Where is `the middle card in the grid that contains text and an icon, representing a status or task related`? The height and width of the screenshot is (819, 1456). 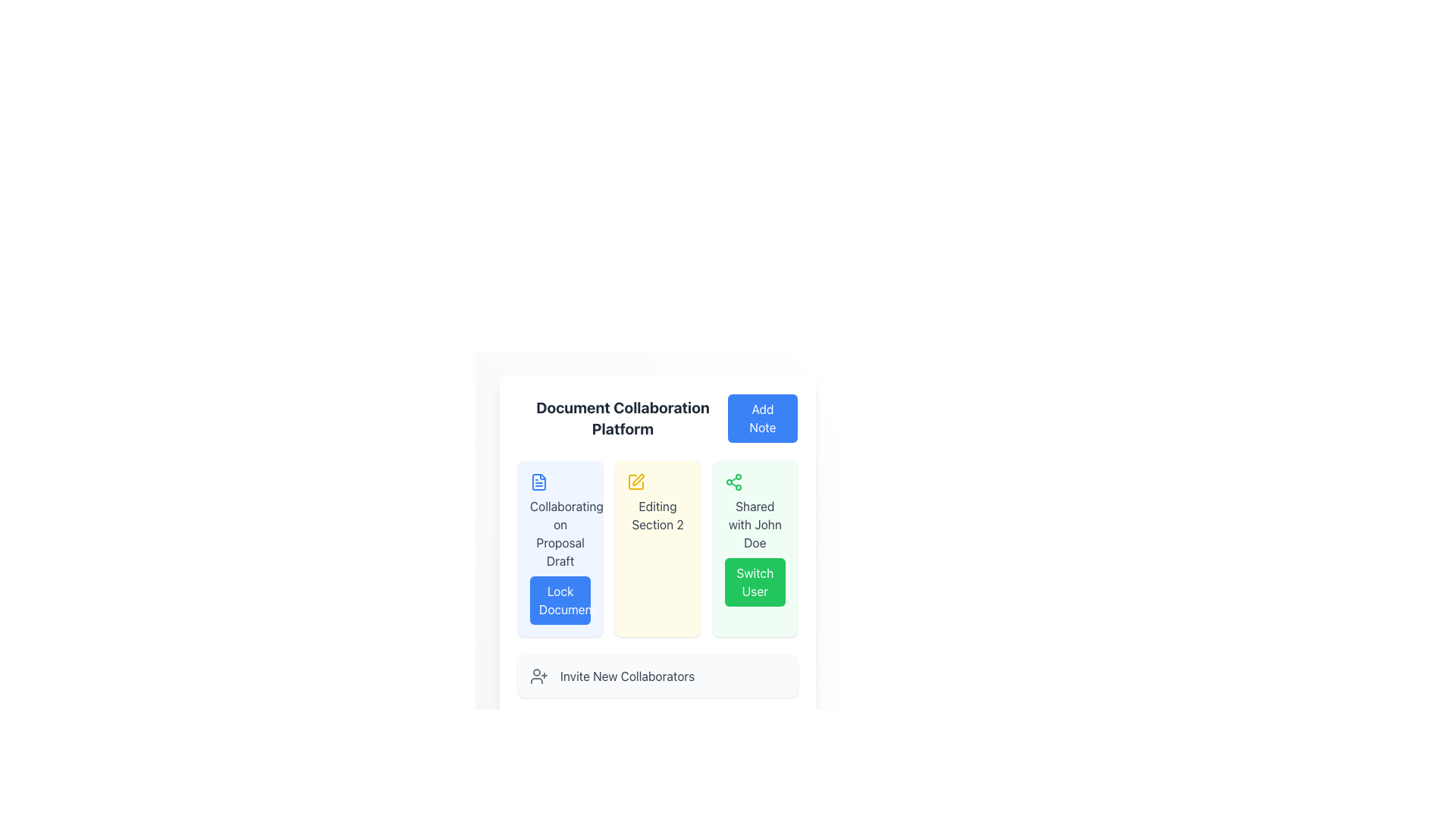 the middle card in the grid that contains text and an icon, representing a status or task related is located at coordinates (657, 520).